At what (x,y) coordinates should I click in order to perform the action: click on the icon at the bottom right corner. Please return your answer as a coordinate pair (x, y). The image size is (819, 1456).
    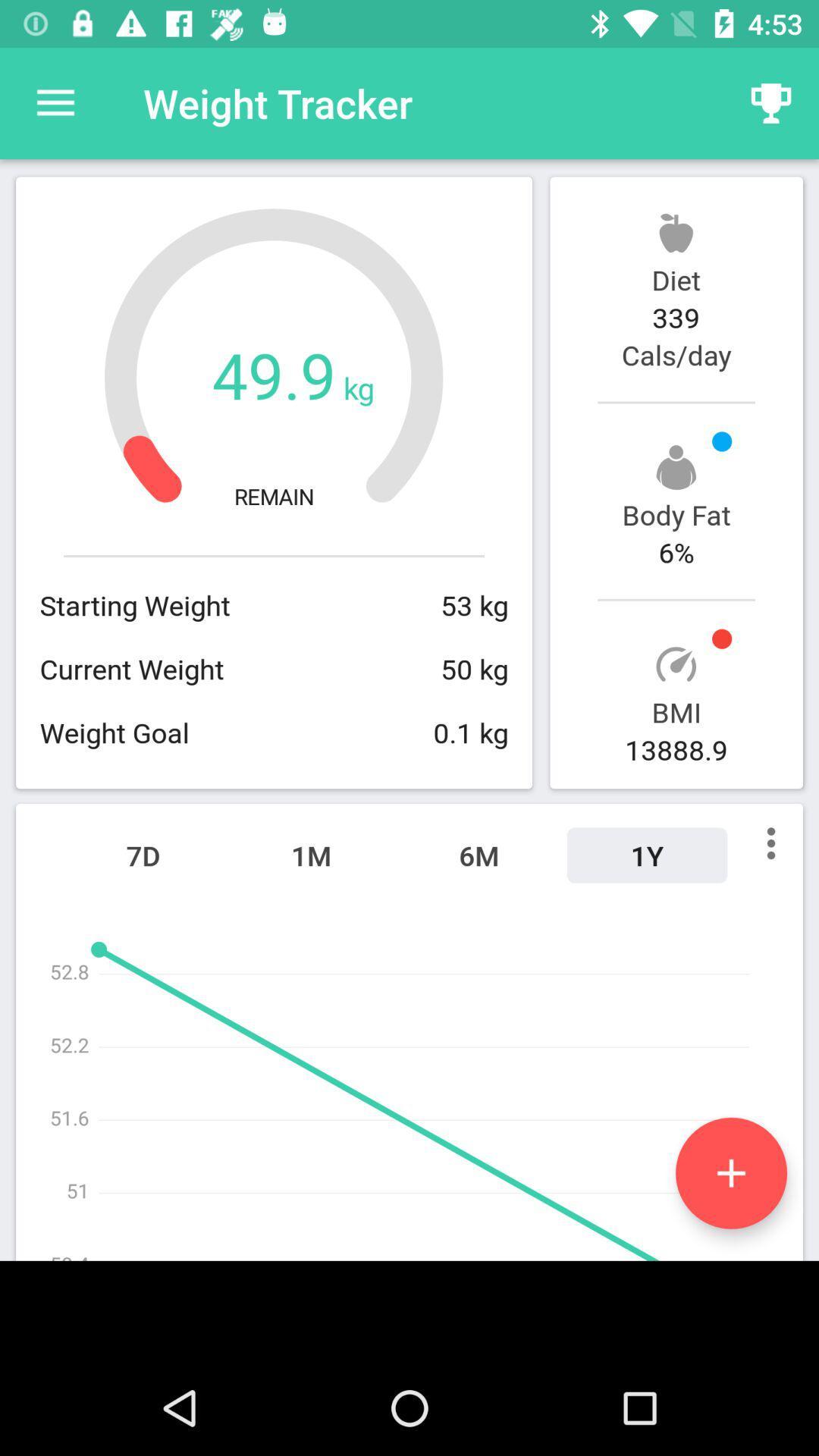
    Looking at the image, I should click on (730, 1172).